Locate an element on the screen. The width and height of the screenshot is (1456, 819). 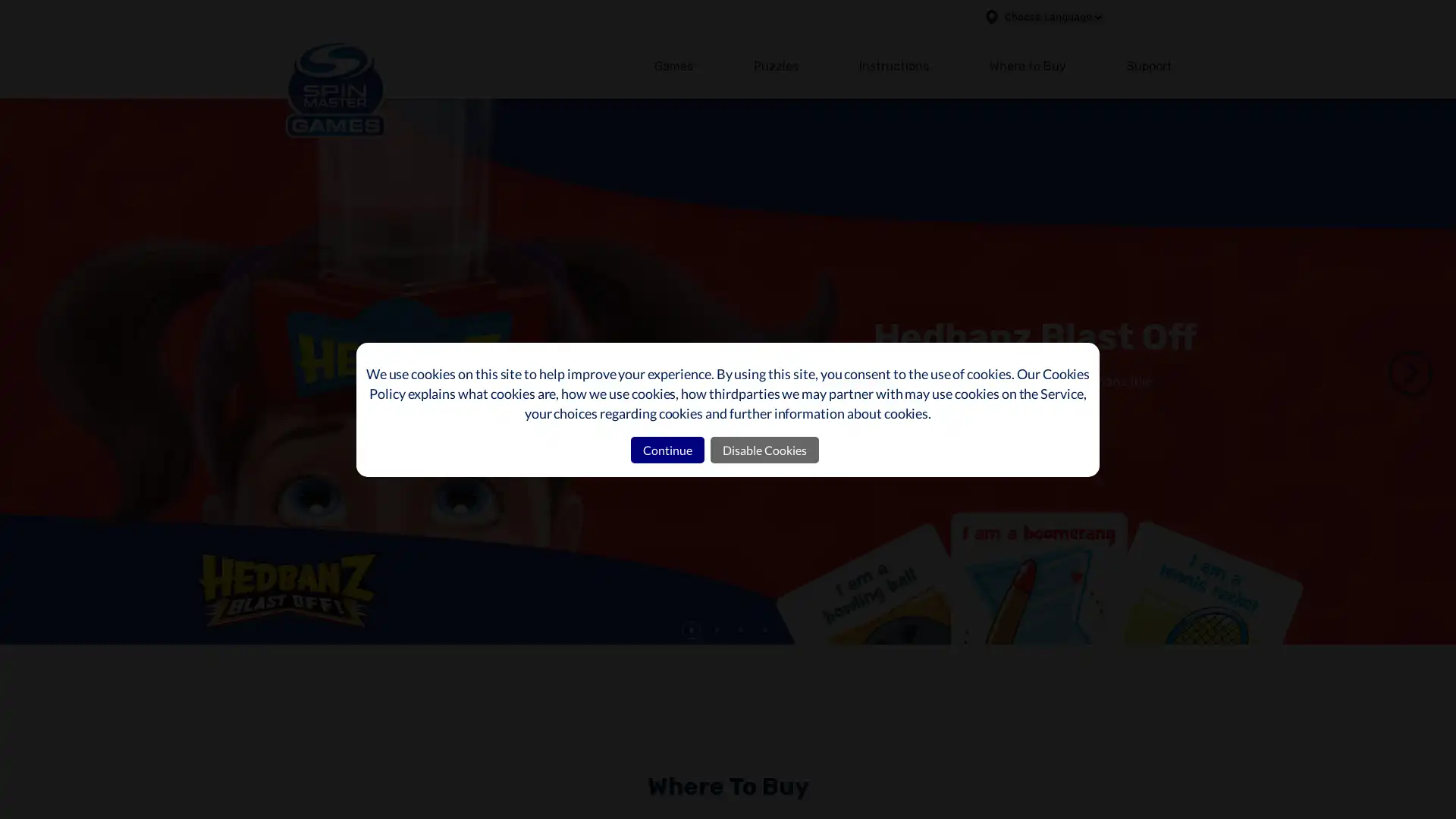
slide 3 bullet is located at coordinates (741, 629).